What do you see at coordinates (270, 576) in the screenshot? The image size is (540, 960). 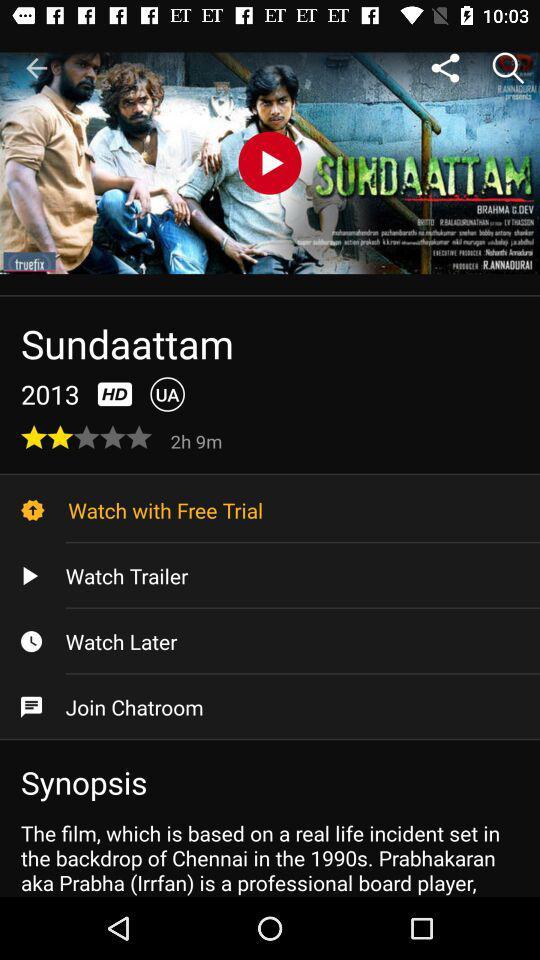 I see `watch trailer icon` at bounding box center [270, 576].